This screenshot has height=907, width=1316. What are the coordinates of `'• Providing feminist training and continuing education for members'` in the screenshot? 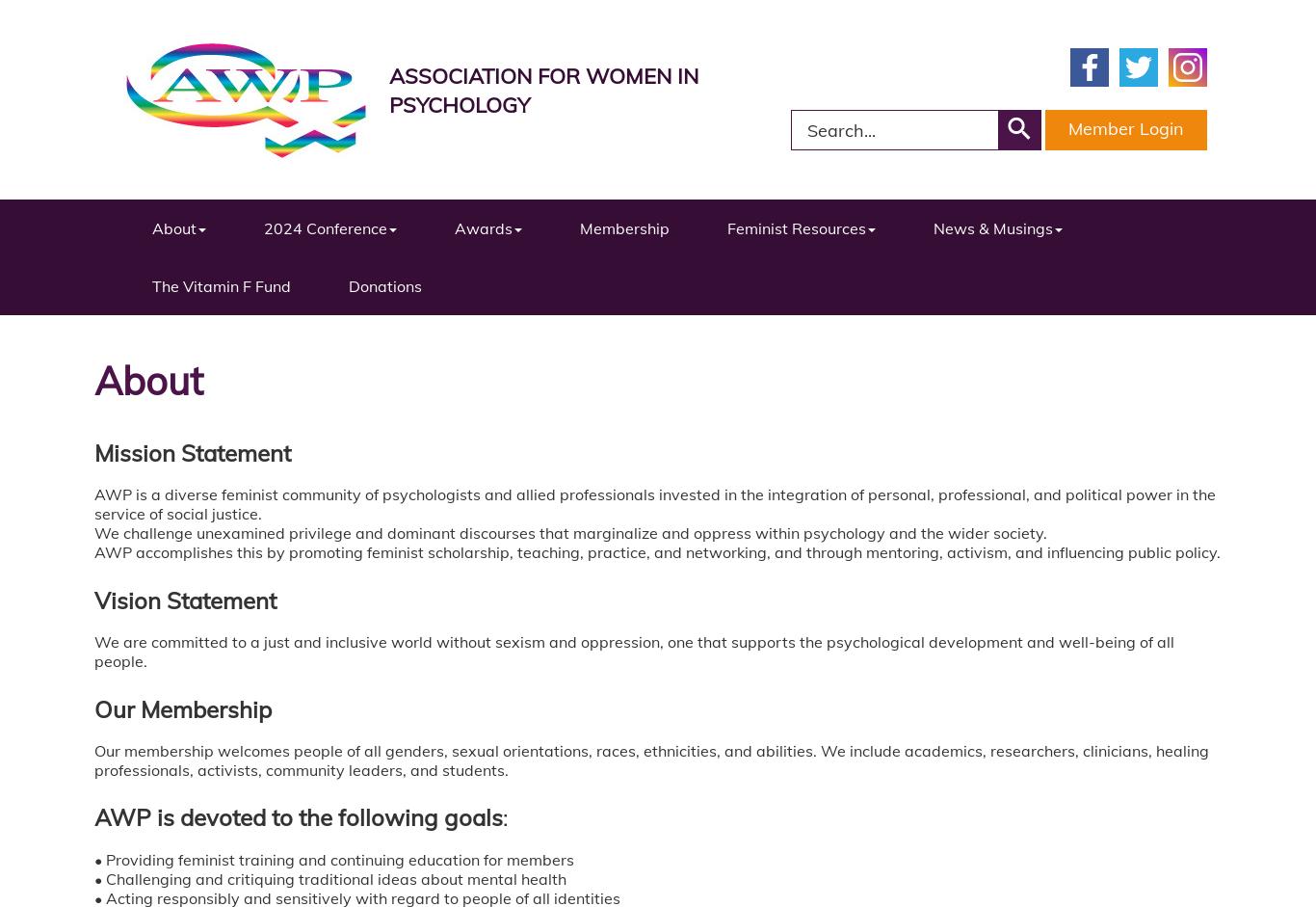 It's located at (93, 859).